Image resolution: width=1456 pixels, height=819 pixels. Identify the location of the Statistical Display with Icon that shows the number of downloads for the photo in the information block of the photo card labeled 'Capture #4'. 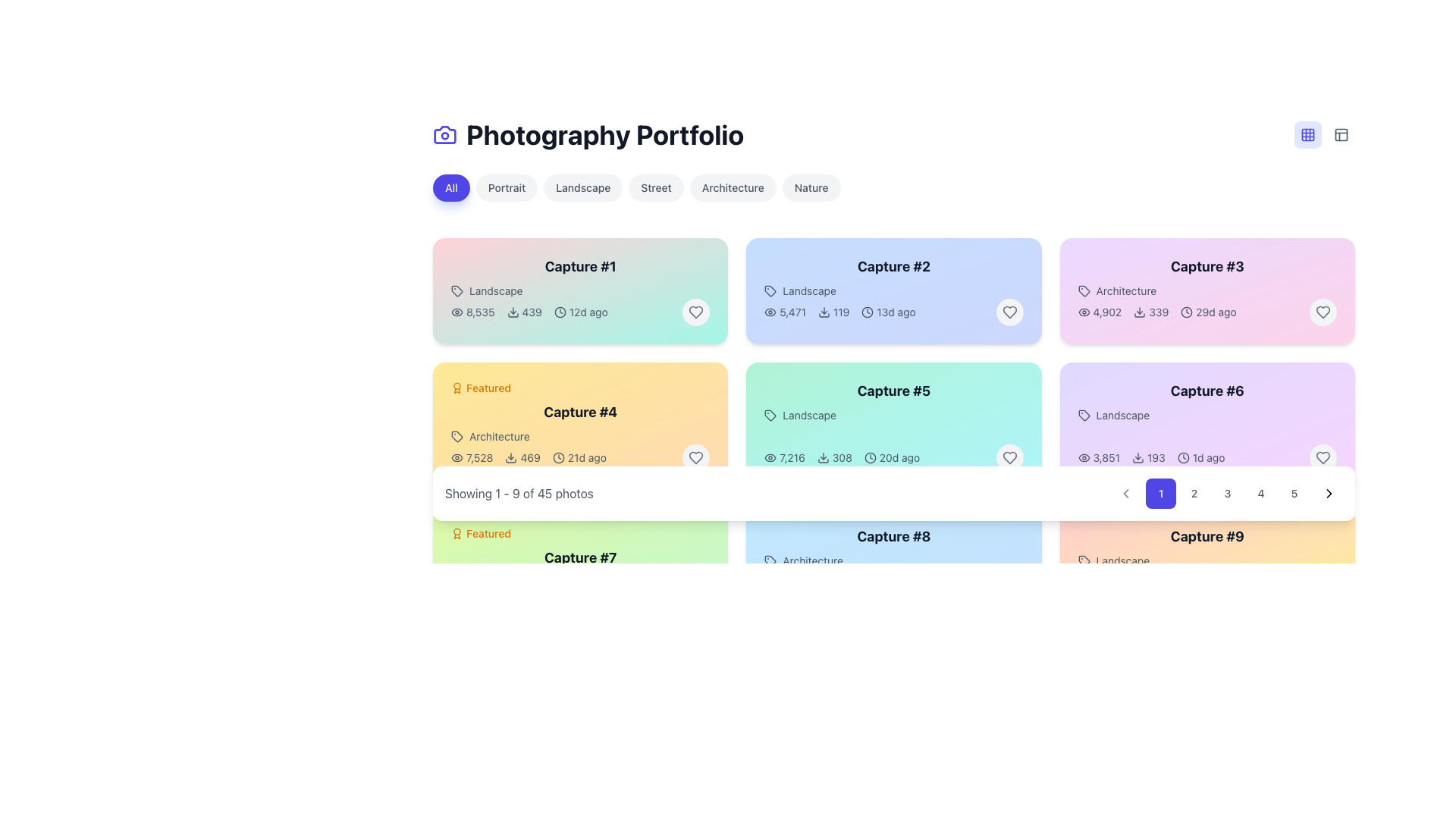
(522, 457).